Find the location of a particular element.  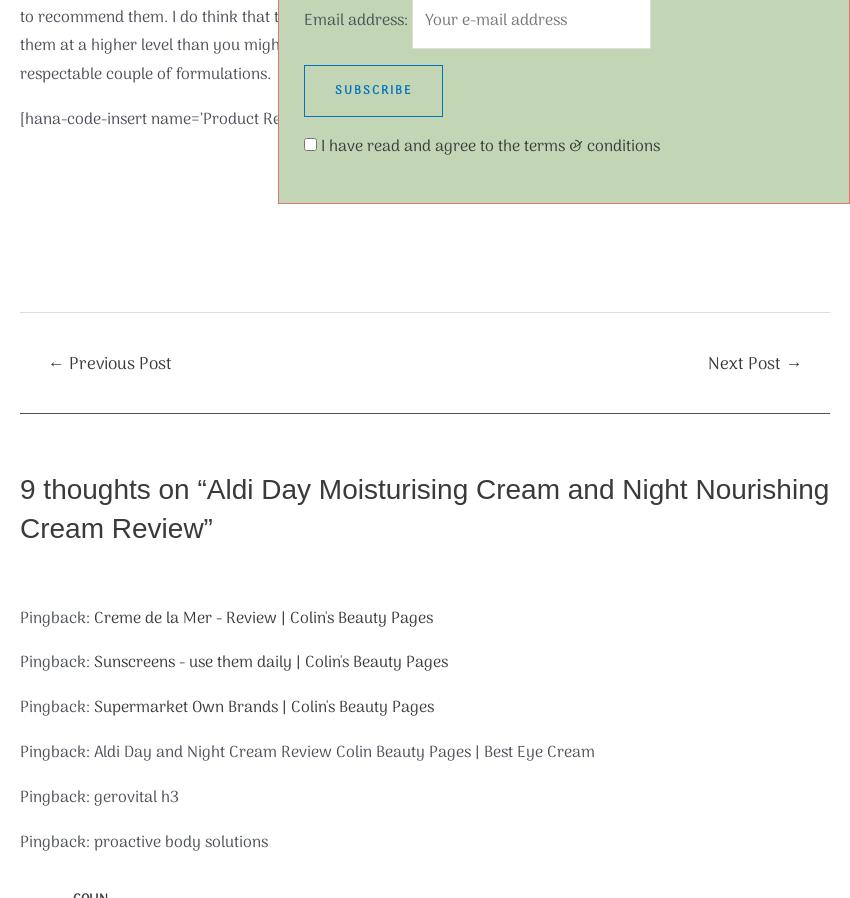

'9 thoughts on “Aldi Day Moisturising Cream and Night Nourishing Cream Review”' is located at coordinates (424, 507).